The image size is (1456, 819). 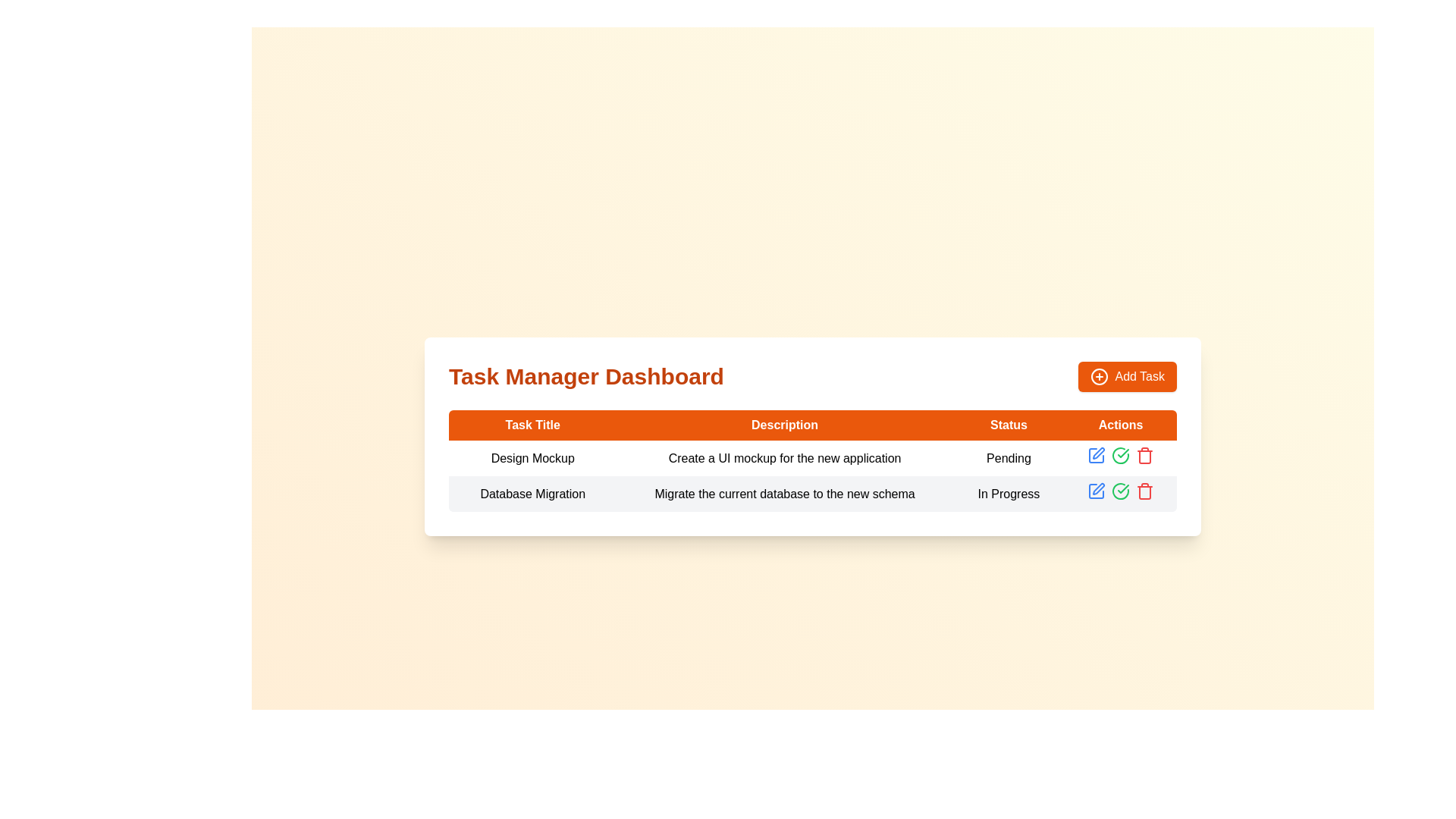 What do you see at coordinates (785, 457) in the screenshot?
I see `the Text label that describes the task entry for 'Design Mockup' in the second column of the first row of the task management interface` at bounding box center [785, 457].